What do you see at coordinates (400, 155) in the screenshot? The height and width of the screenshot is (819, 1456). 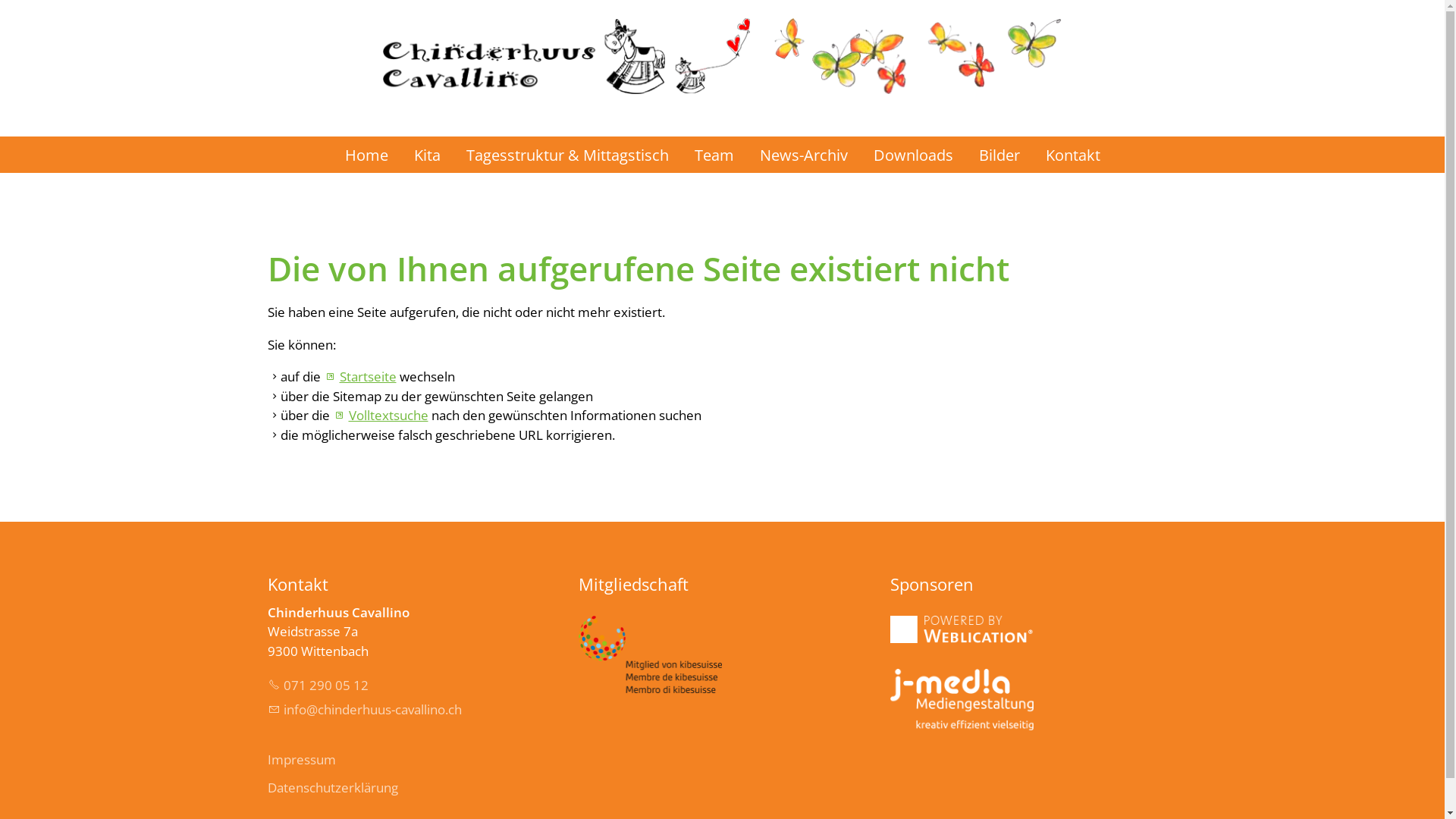 I see `'Kita'` at bounding box center [400, 155].